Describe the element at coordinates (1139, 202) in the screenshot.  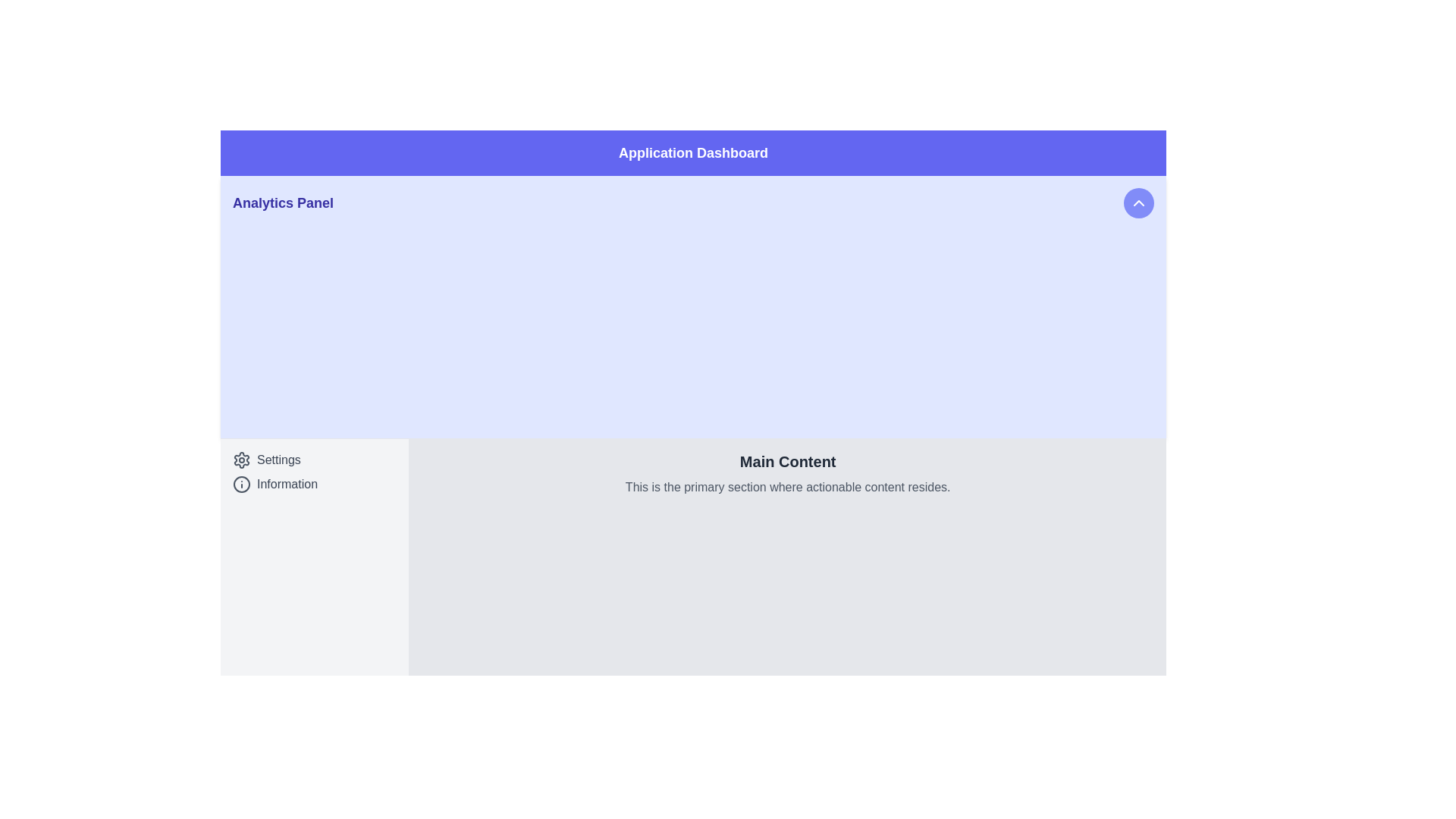
I see `the icon with a chevron symbol located in the top-right corner of the interface` at that location.